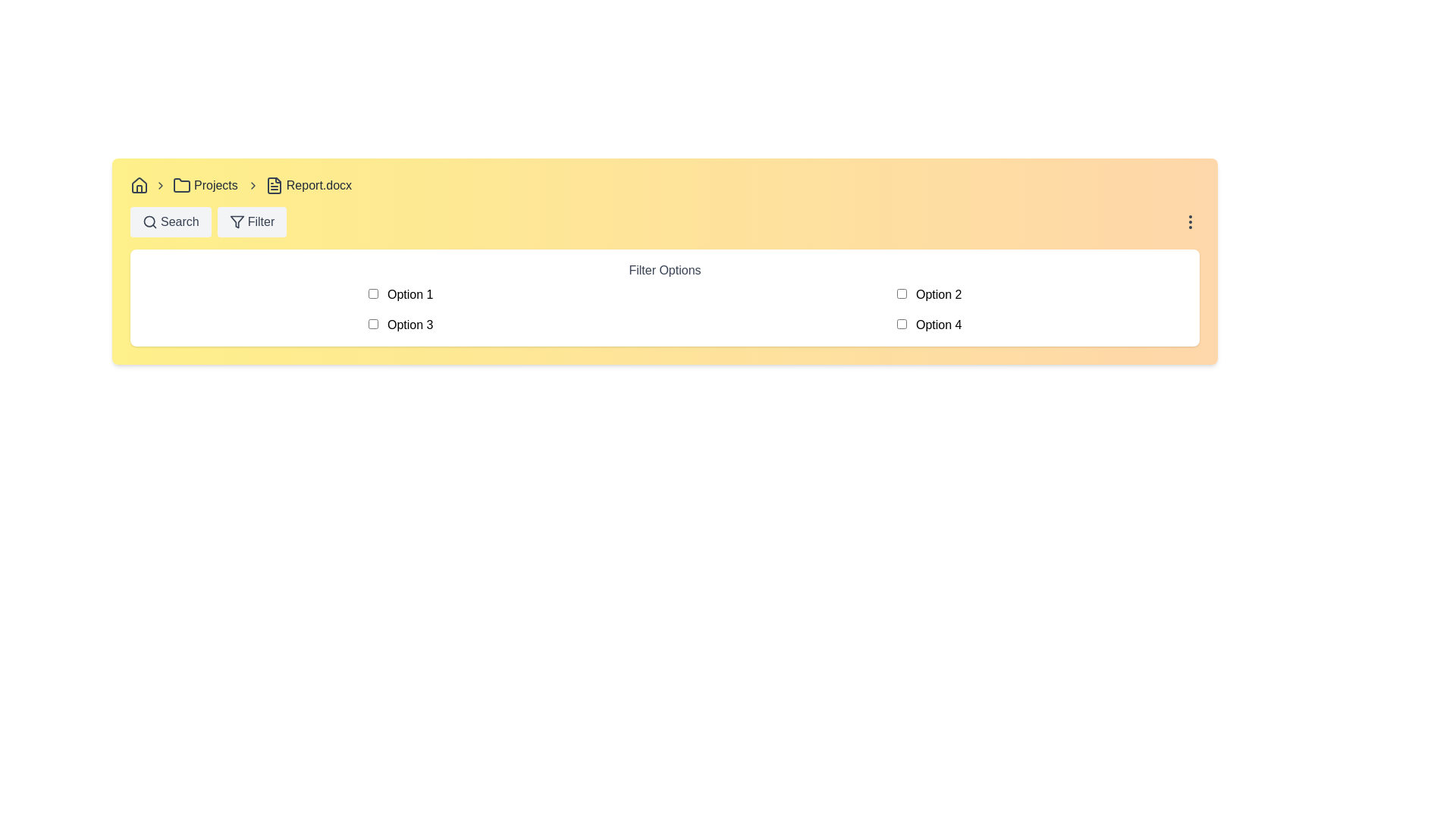 This screenshot has width=1456, height=819. Describe the element at coordinates (182, 184) in the screenshot. I see `the yellowish folder icon with a rounded appearance located` at that location.